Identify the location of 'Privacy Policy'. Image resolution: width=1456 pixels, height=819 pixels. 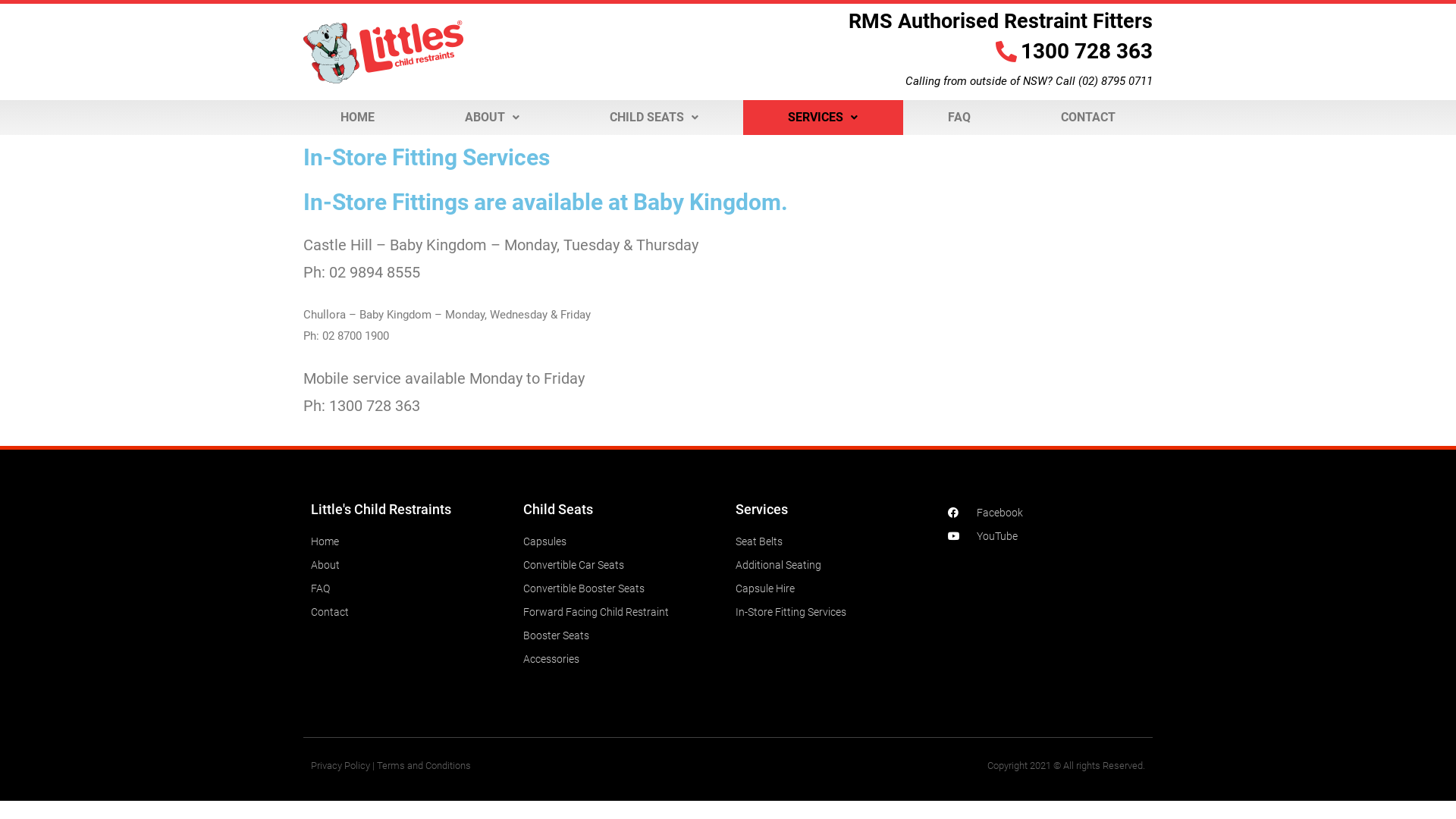
(340, 765).